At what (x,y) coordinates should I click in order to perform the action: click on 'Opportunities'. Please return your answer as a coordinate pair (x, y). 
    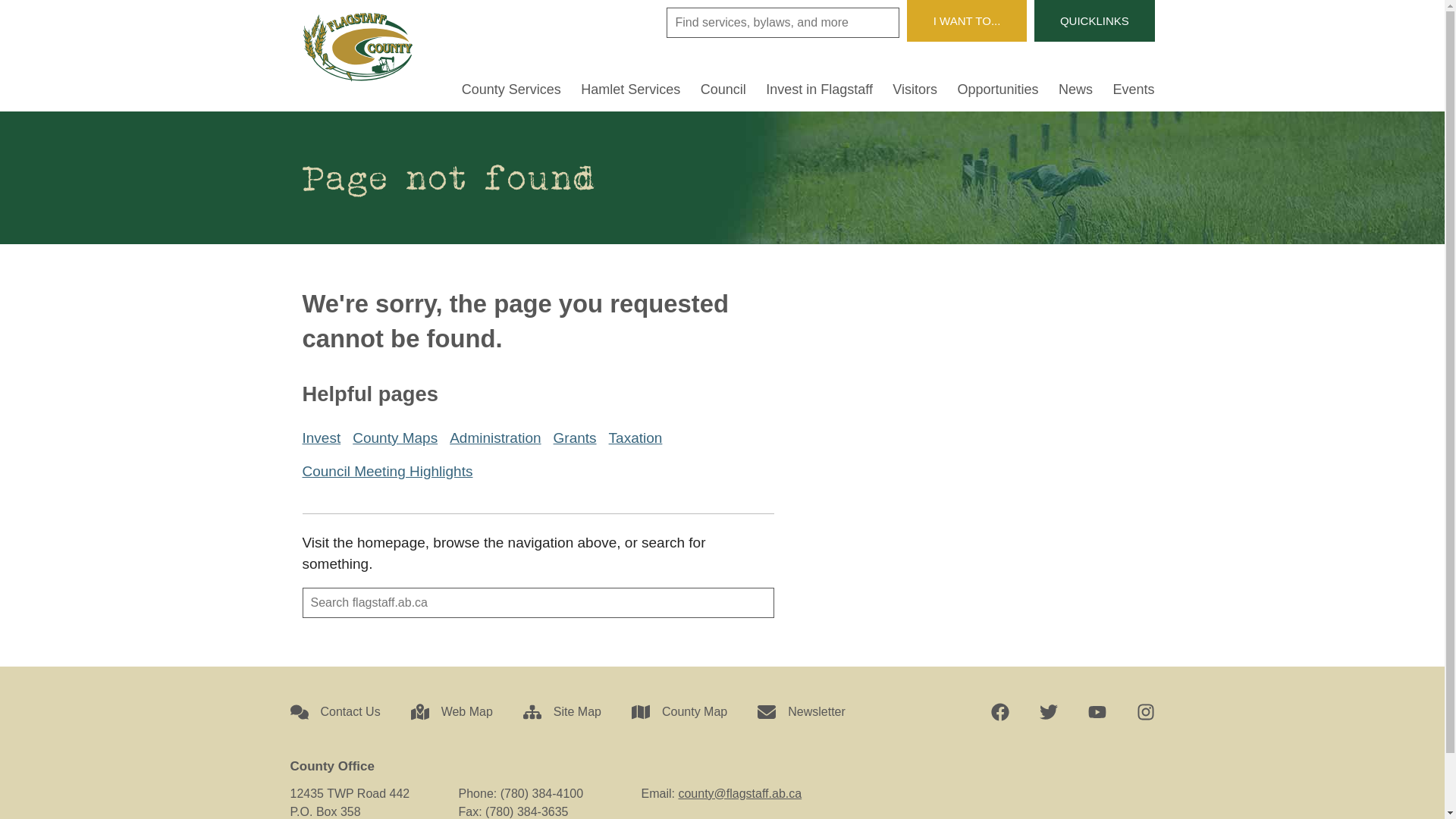
    Looking at the image, I should click on (997, 93).